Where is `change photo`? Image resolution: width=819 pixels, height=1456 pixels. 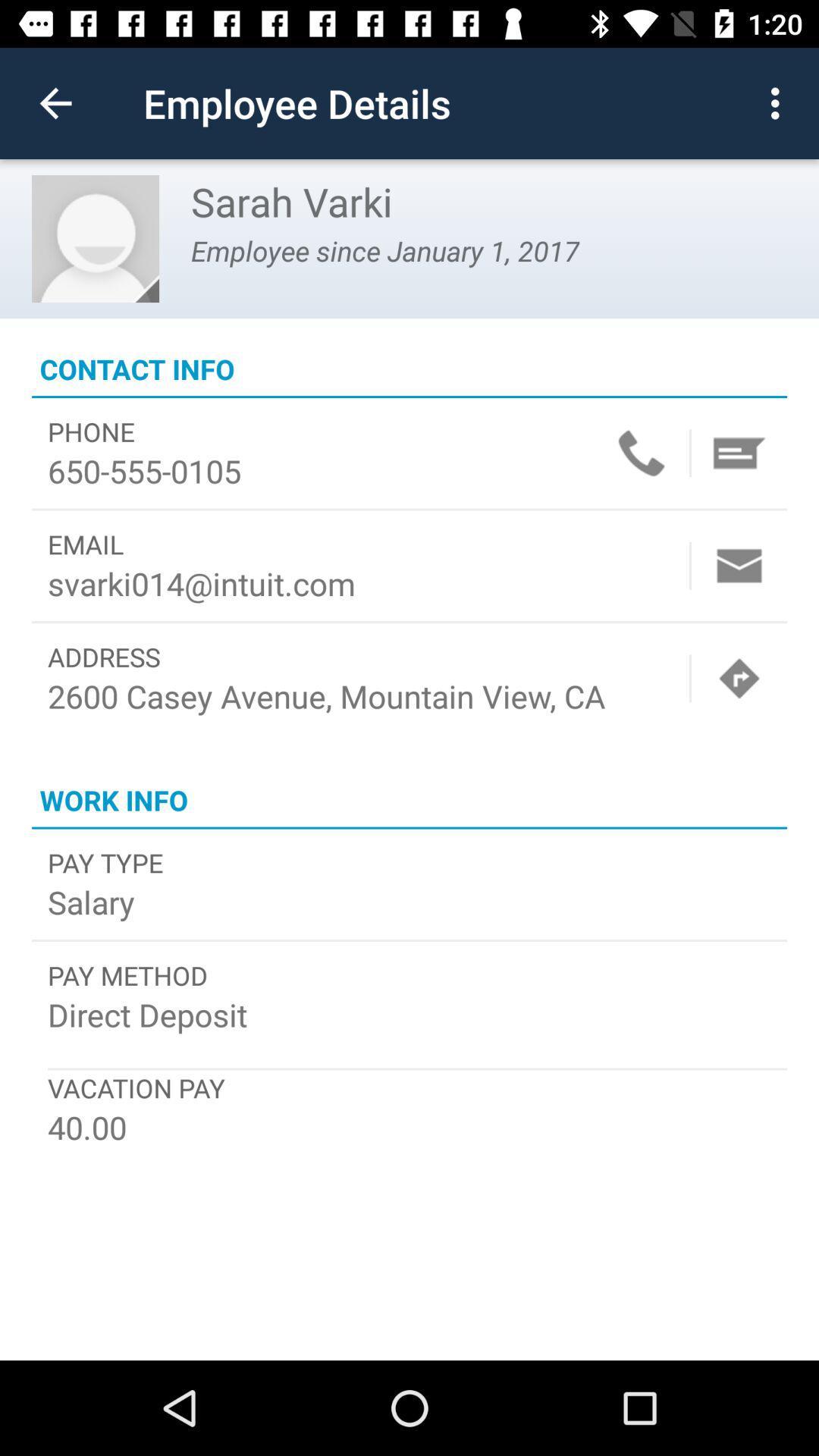 change photo is located at coordinates (96, 238).